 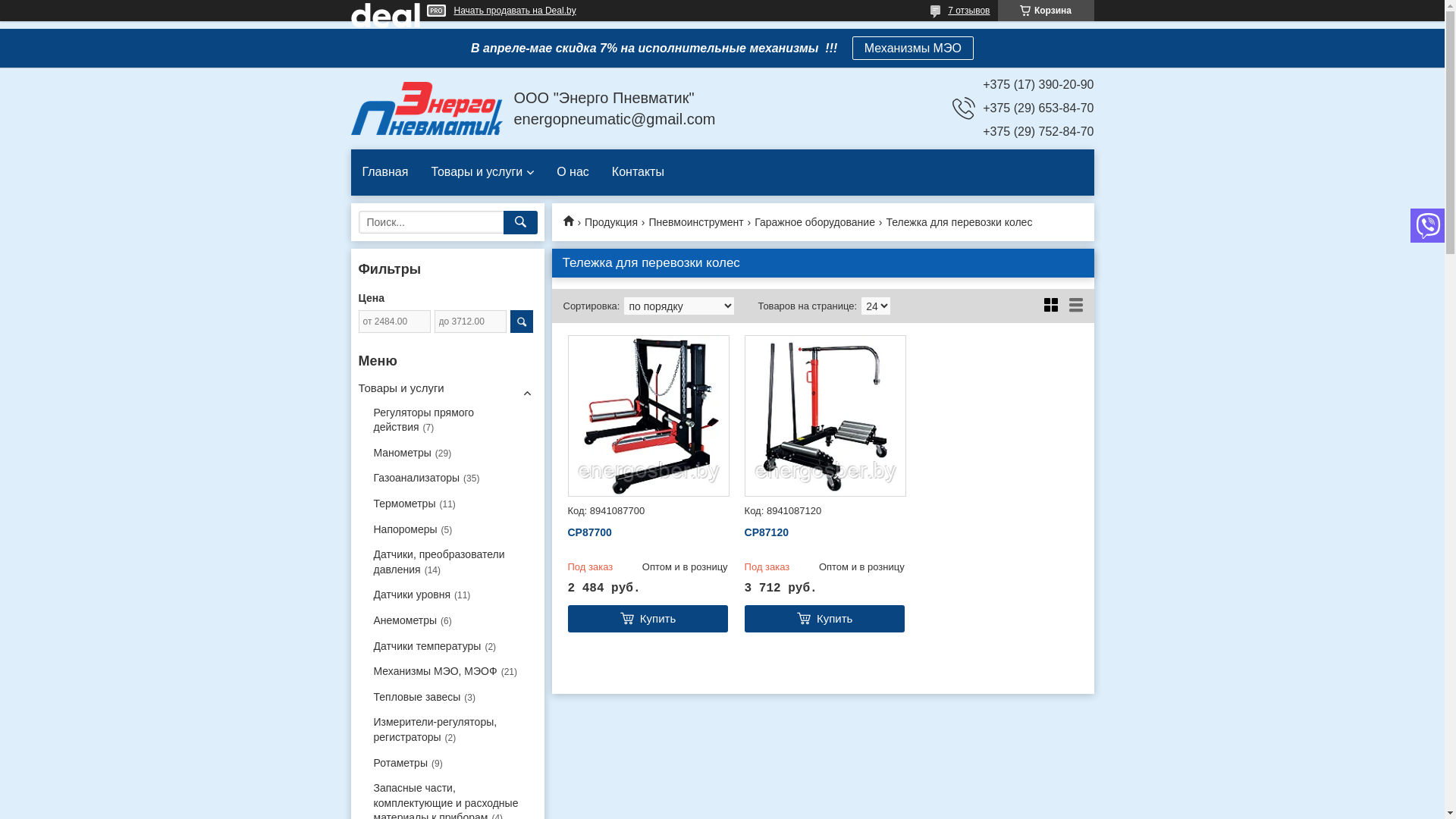 I want to click on 'CP87700', so click(x=566, y=416).